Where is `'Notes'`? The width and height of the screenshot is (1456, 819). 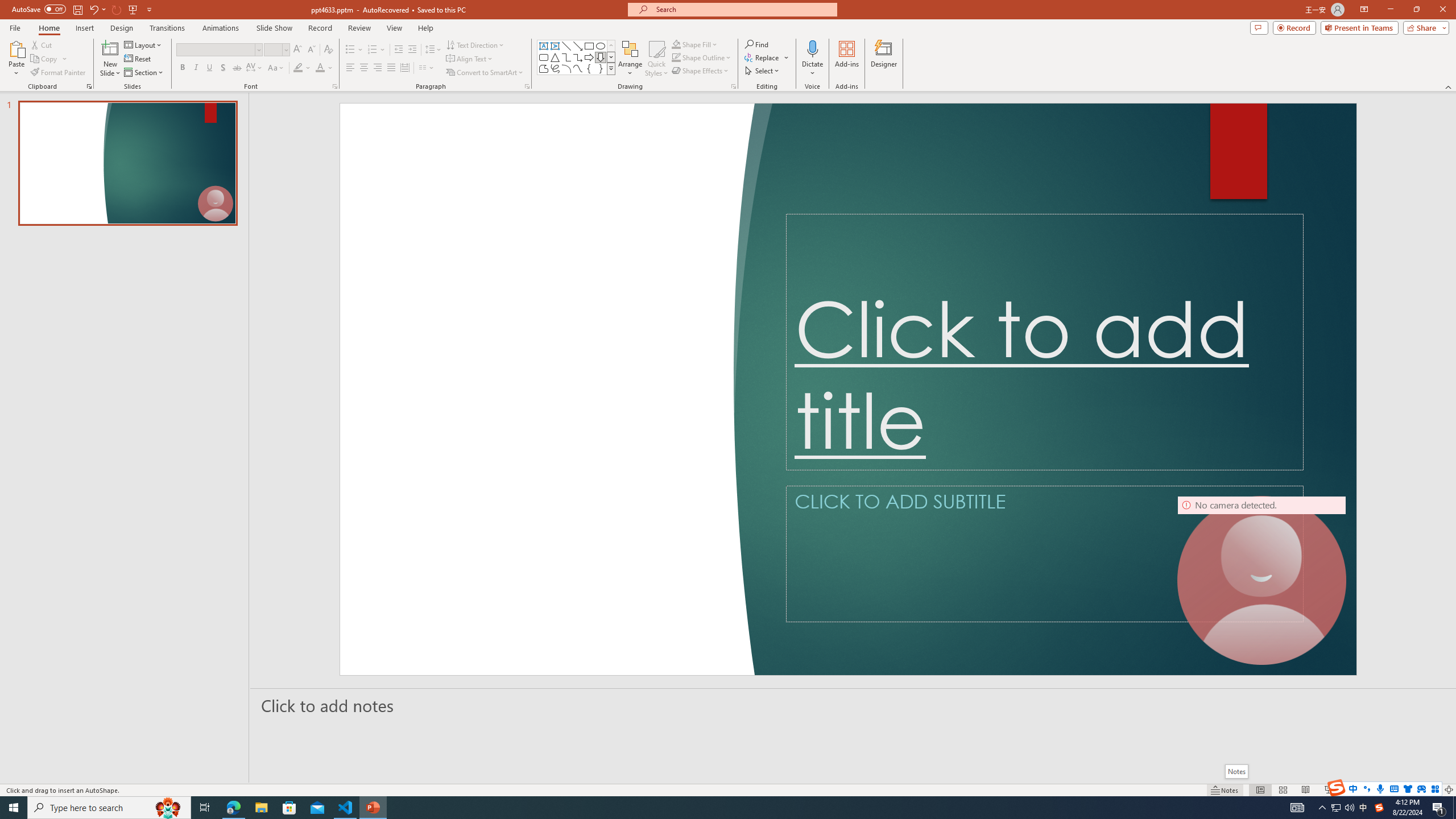
'Notes' is located at coordinates (1235, 771).